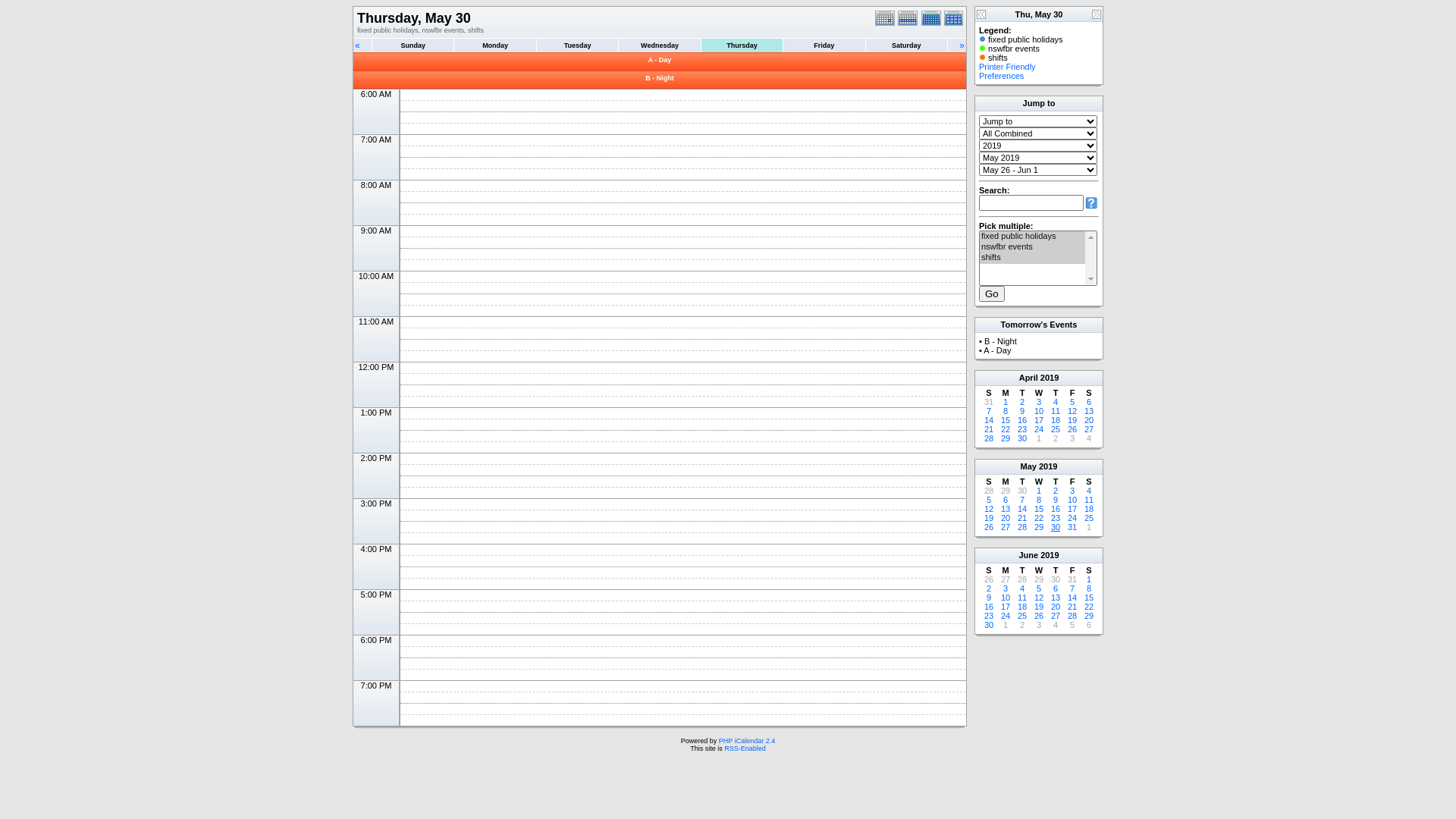 The height and width of the screenshot is (819, 1456). Describe the element at coordinates (746, 739) in the screenshot. I see `'PHP iCalendar 2.4'` at that location.